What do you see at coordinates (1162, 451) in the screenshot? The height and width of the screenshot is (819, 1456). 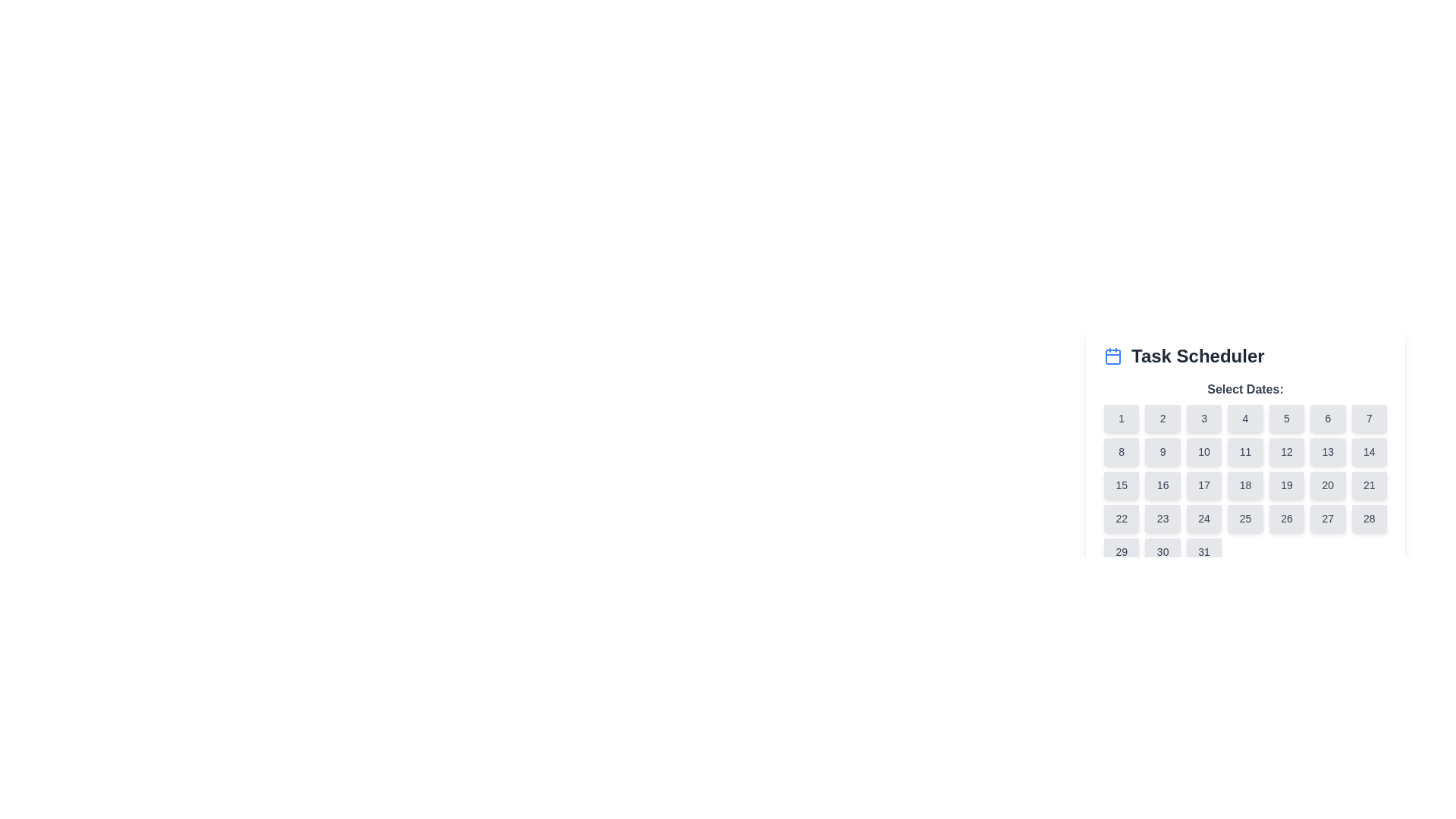 I see `the rectangular button with rounded corners displaying the number '9'` at bounding box center [1162, 451].